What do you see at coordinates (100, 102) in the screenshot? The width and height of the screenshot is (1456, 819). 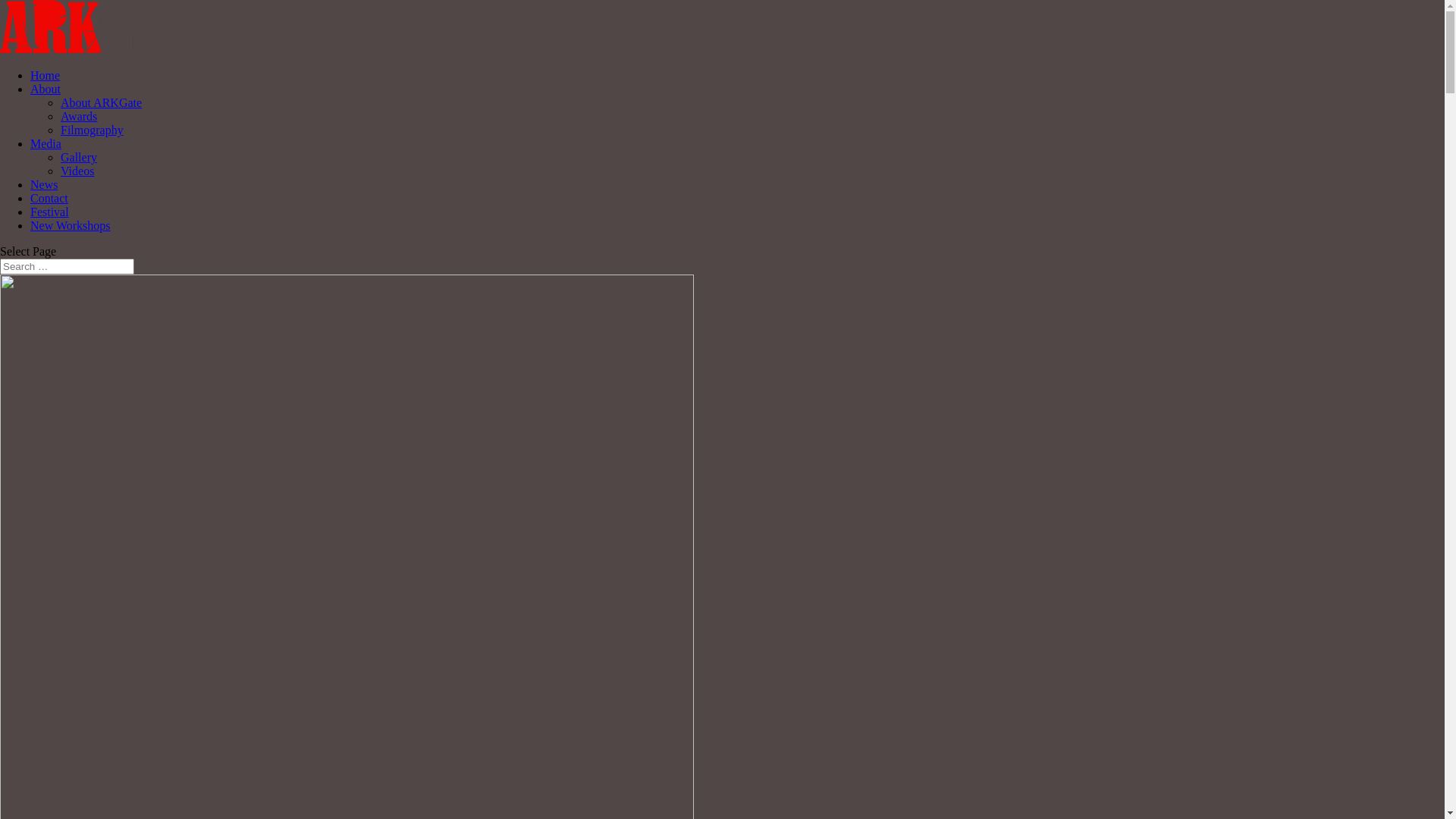 I see `'About ARKGate'` at bounding box center [100, 102].